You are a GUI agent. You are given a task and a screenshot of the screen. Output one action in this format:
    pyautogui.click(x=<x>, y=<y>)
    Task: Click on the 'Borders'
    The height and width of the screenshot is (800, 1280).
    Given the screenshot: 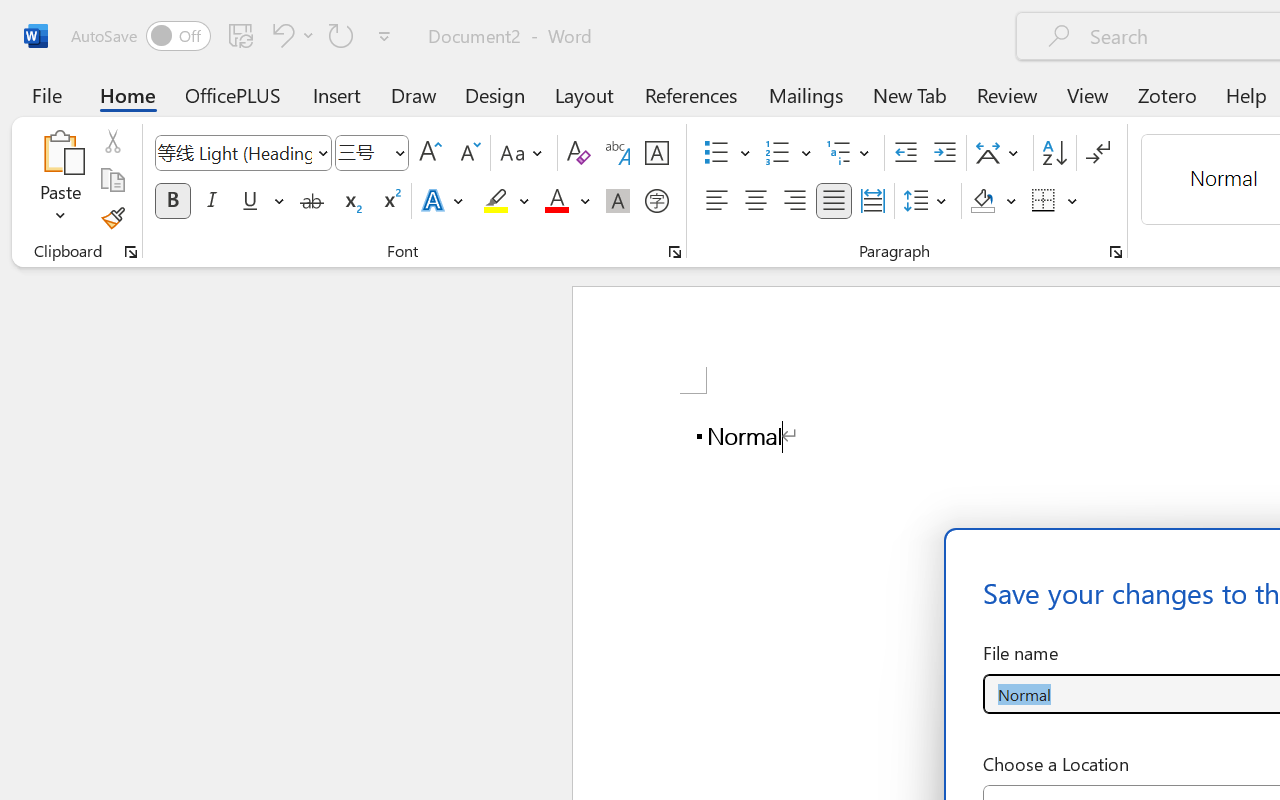 What is the action you would take?
    pyautogui.click(x=1043, y=201)
    